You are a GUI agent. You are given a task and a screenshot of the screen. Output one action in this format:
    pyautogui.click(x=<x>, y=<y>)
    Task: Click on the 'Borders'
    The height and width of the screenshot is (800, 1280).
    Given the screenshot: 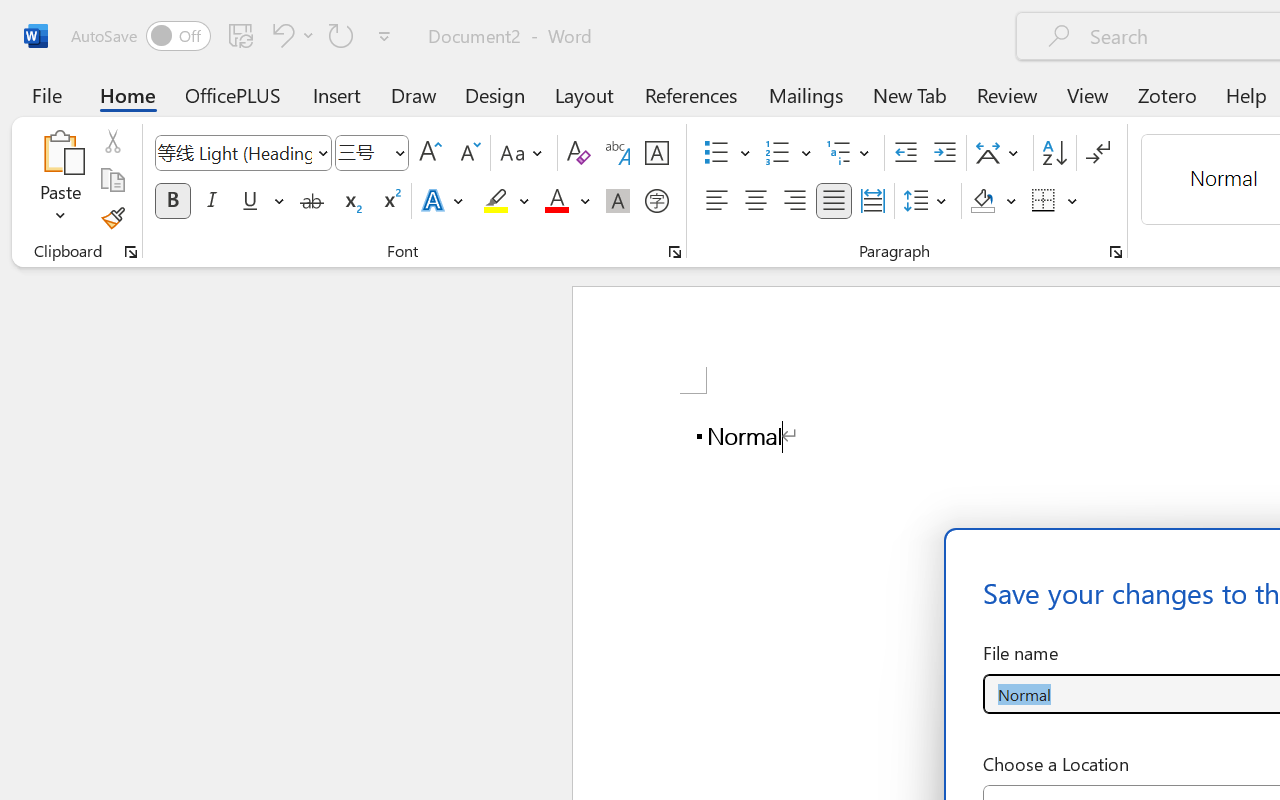 What is the action you would take?
    pyautogui.click(x=1043, y=201)
    